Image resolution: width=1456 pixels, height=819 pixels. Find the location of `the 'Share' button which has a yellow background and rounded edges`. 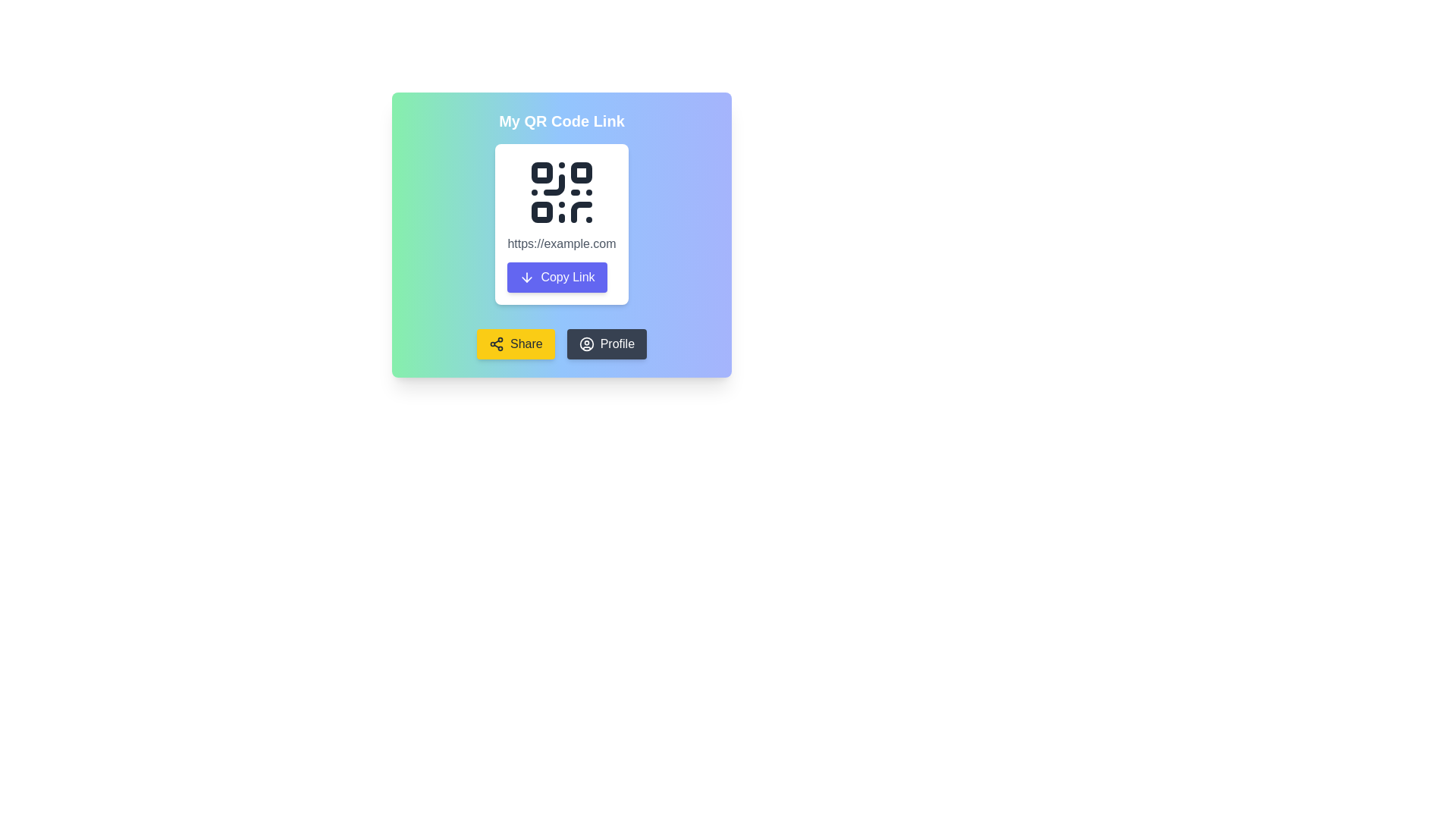

the 'Share' button which has a yellow background and rounded edges is located at coordinates (516, 344).